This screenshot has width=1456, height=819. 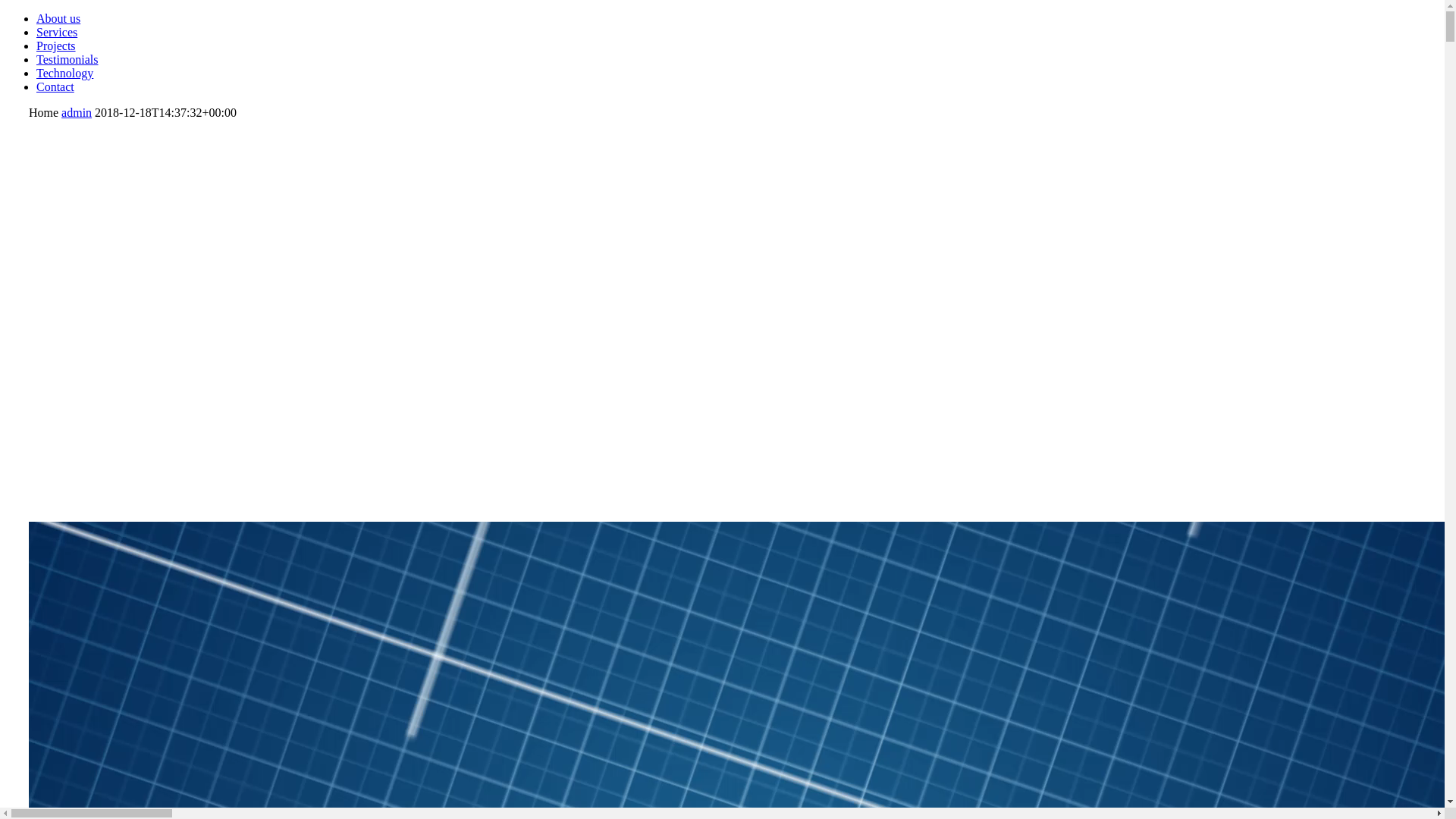 What do you see at coordinates (36, 73) in the screenshot?
I see `'Technology'` at bounding box center [36, 73].